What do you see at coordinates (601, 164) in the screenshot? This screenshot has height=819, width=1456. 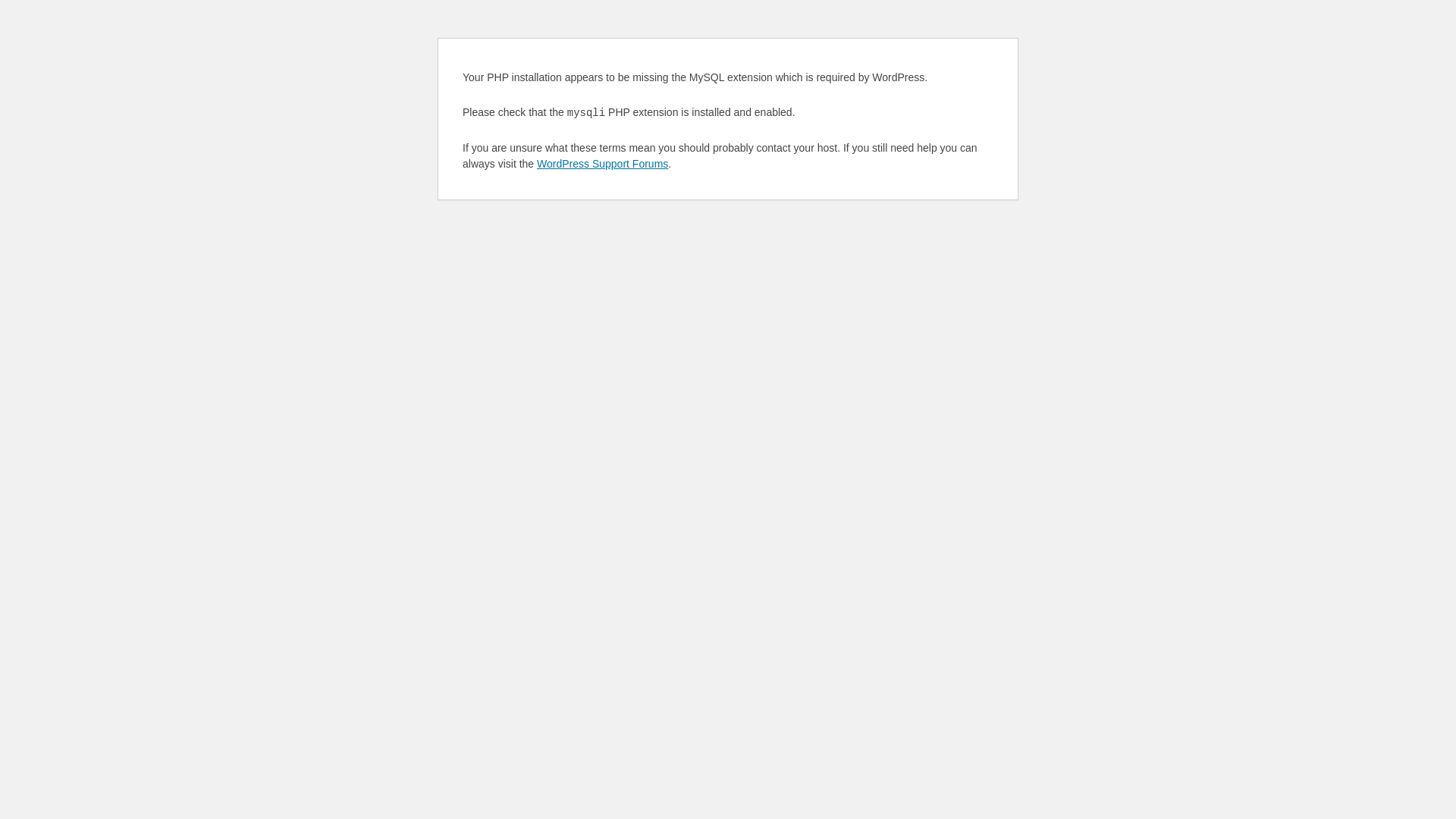 I see `'WordPress Support Forums'` at bounding box center [601, 164].